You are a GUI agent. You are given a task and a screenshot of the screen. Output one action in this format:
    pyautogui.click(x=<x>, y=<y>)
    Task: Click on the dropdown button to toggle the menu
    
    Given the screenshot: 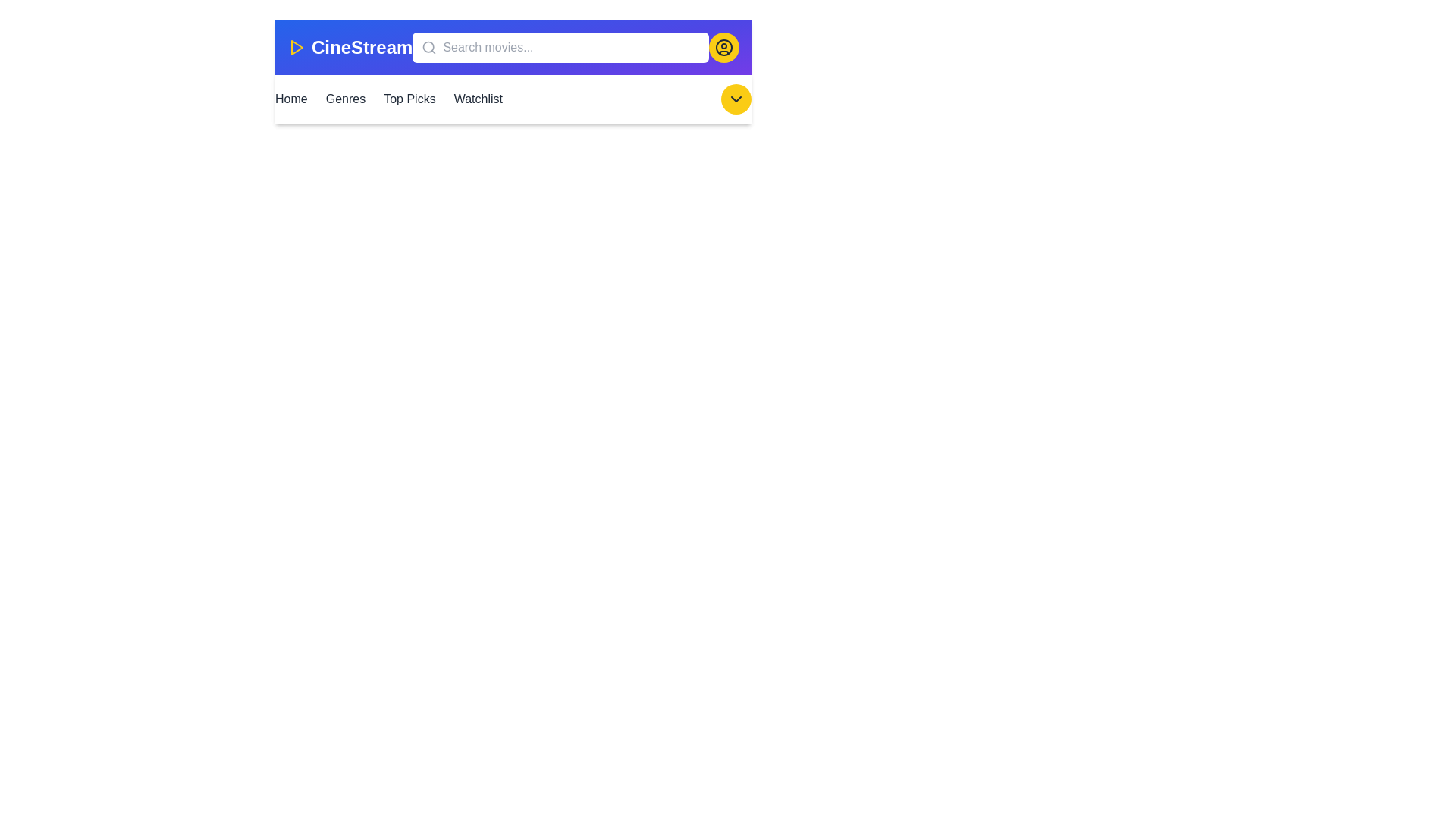 What is the action you would take?
    pyautogui.click(x=736, y=99)
    